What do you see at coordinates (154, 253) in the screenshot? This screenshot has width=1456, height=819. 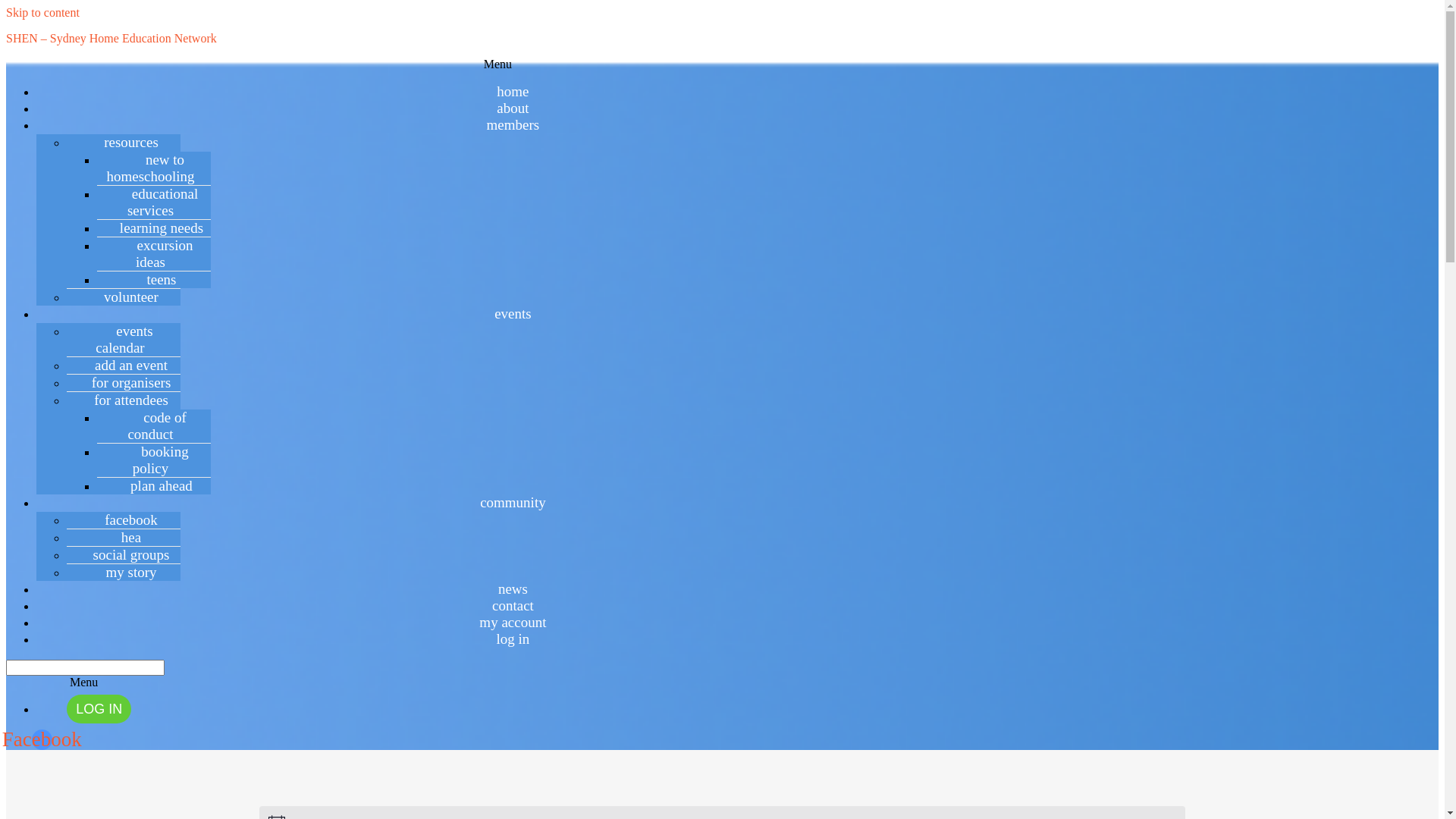 I see `'excursion ideas'` at bounding box center [154, 253].